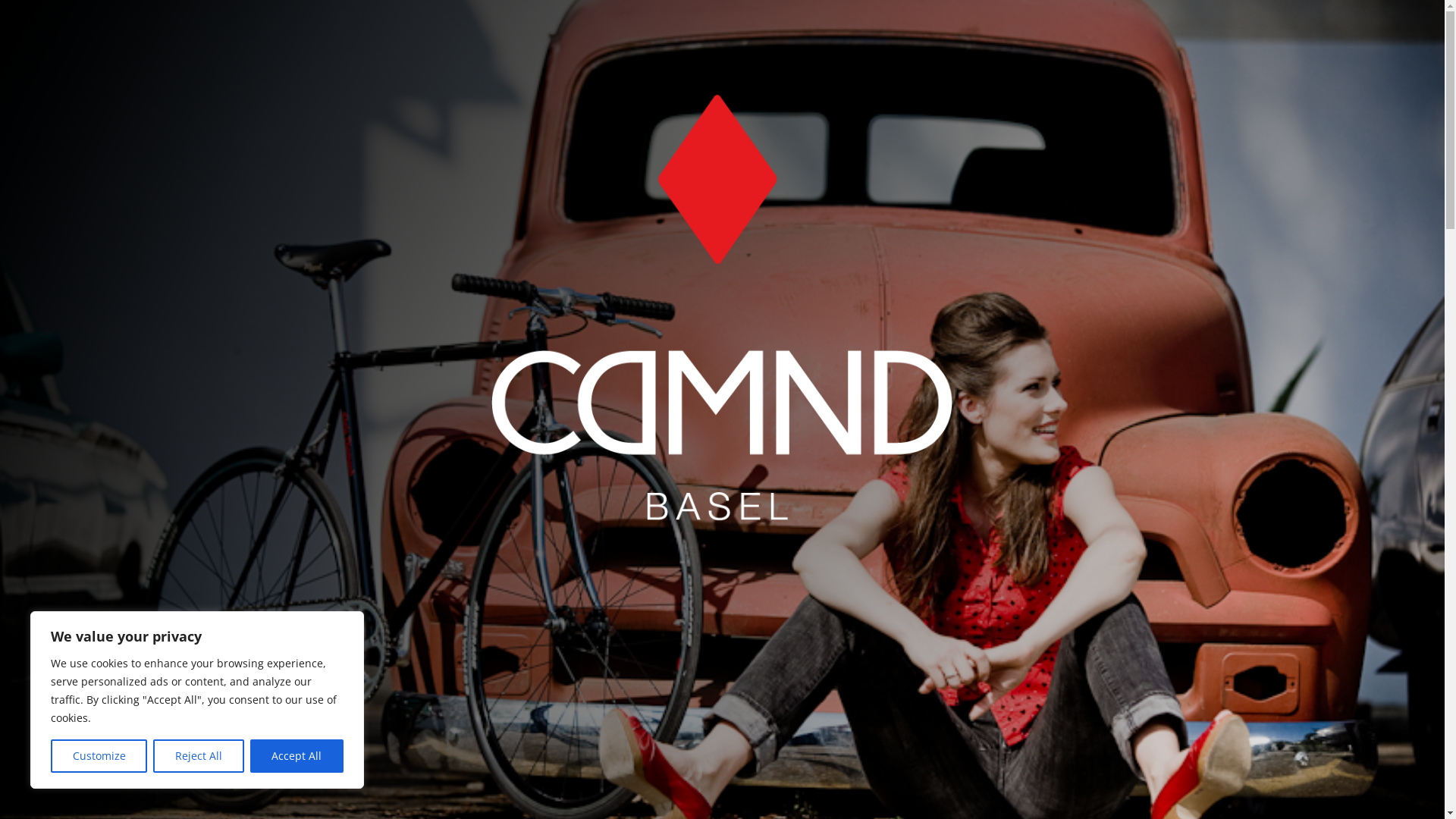 Image resolution: width=1456 pixels, height=819 pixels. Describe the element at coordinates (250, 755) in the screenshot. I see `'Accept All'` at that location.